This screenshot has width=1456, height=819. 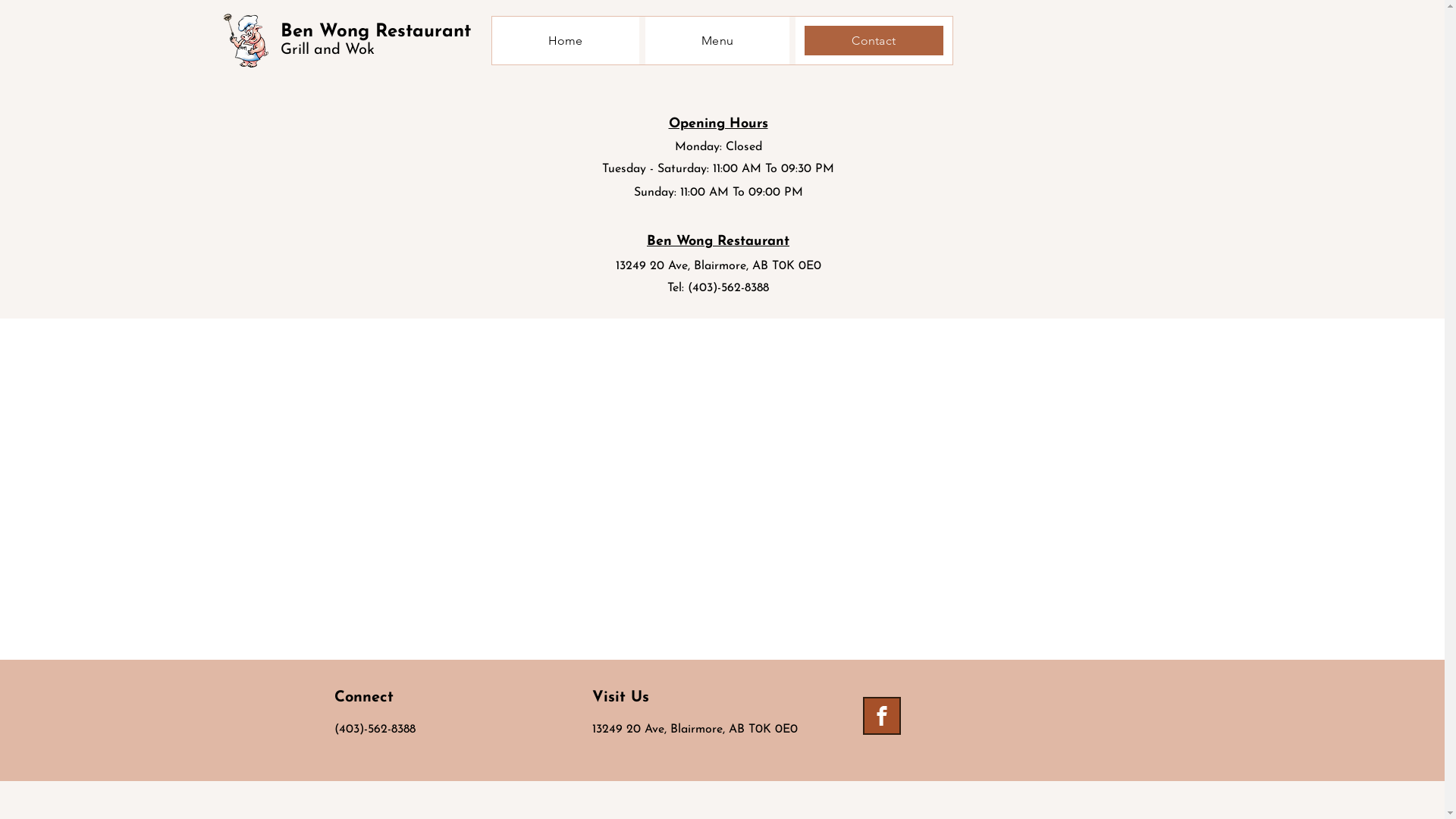 I want to click on 'Google Maps', so click(x=721, y=488).